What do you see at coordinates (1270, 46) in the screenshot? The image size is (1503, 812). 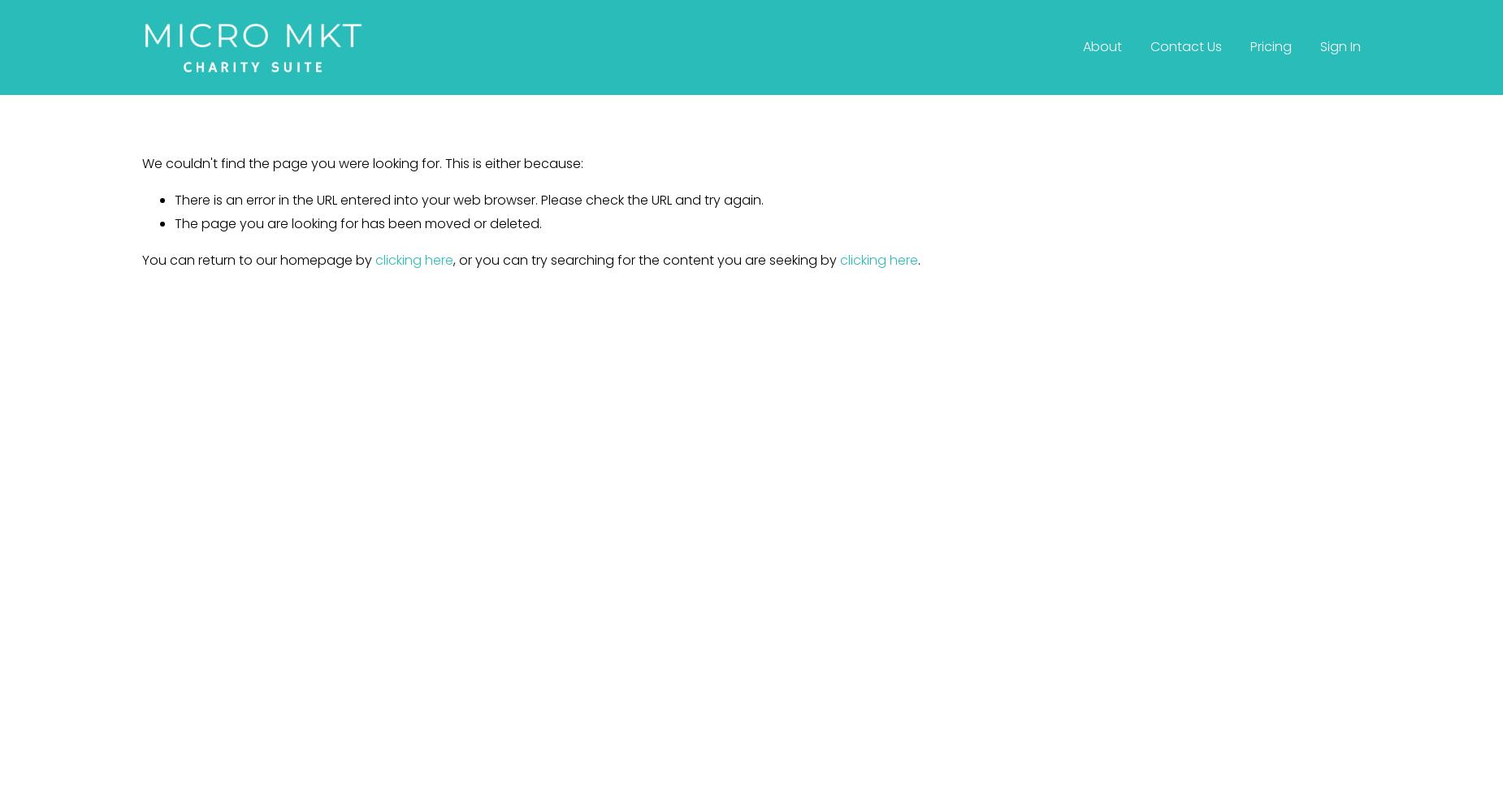 I see `'Pricing'` at bounding box center [1270, 46].